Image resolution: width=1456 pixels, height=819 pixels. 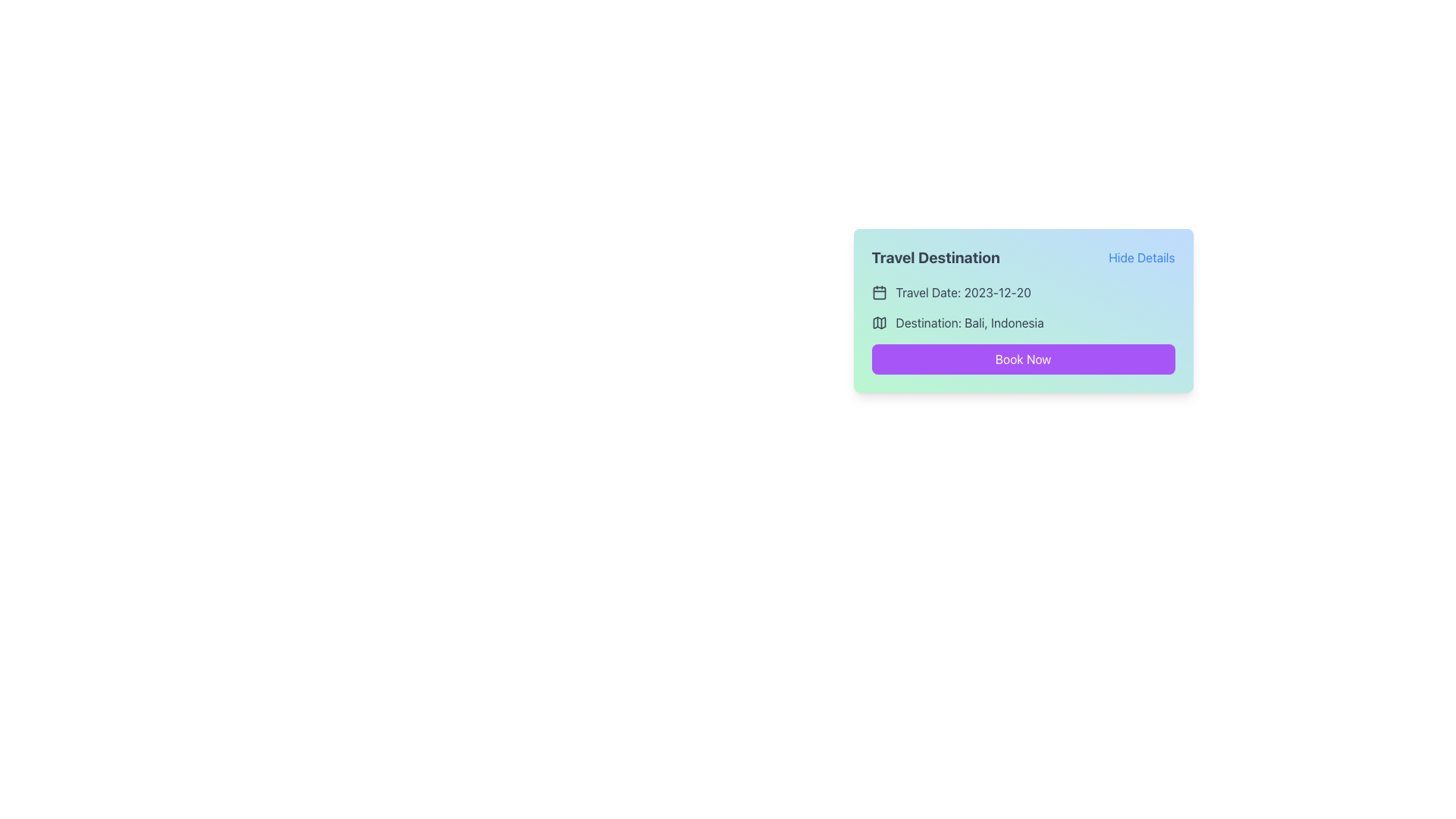 I want to click on the graphical map icon located in the second row of the details section within the travel information card, which is positioned to the left of the text 'Destination: Bali, Indonesia', so click(x=879, y=322).